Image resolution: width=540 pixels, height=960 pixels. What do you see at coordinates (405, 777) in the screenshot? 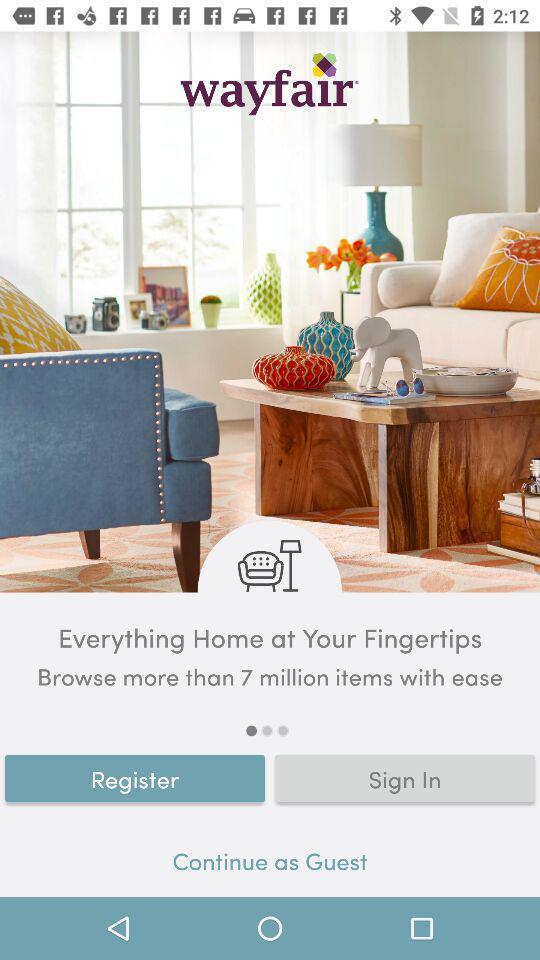
I see `the sign in item` at bounding box center [405, 777].